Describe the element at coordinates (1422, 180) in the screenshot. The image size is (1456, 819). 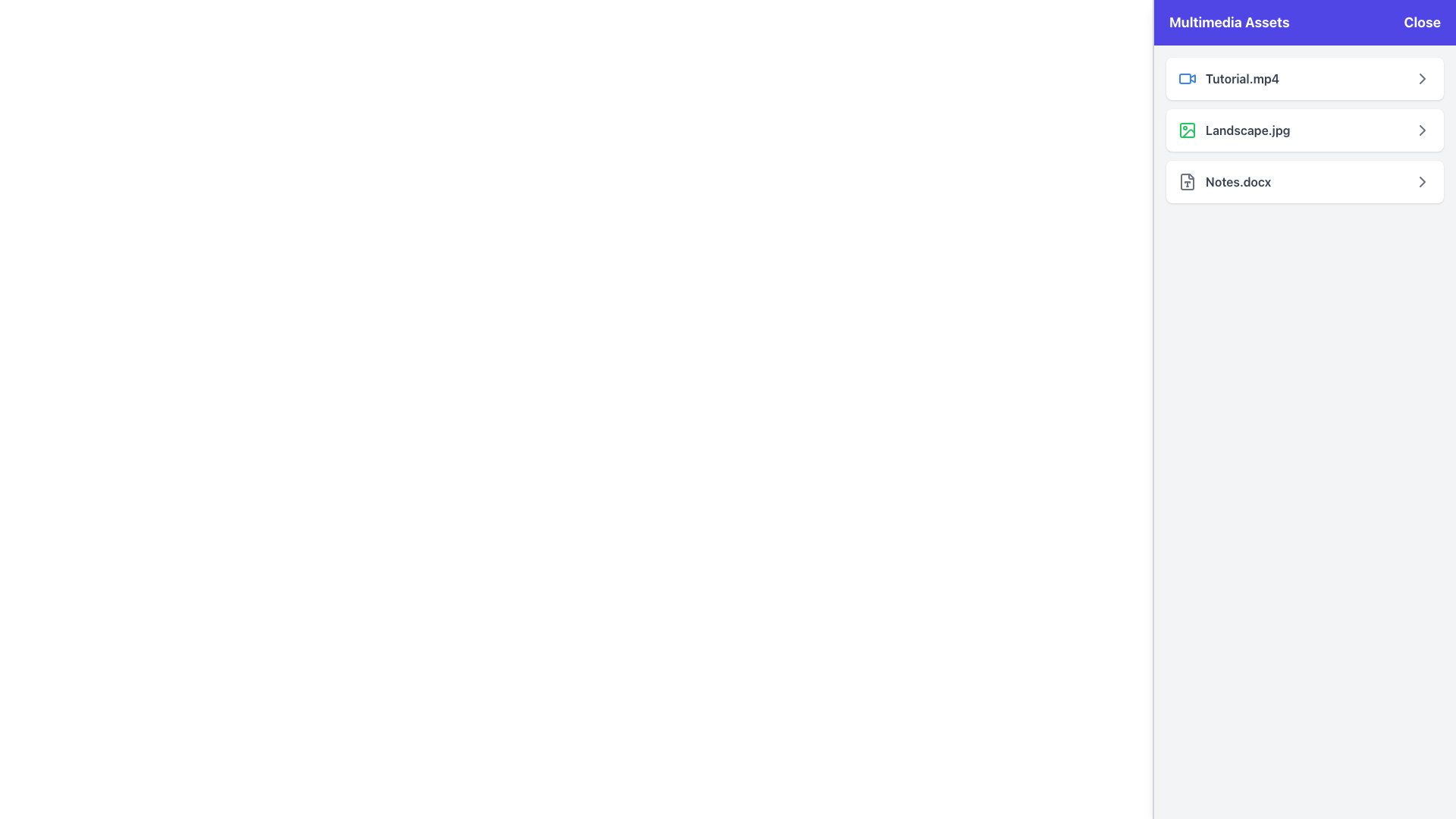
I see `the rightward-pointing chevron icon button located to the right of the 'Notes.docx' title in the Multimedia Assets section to proceed` at that location.